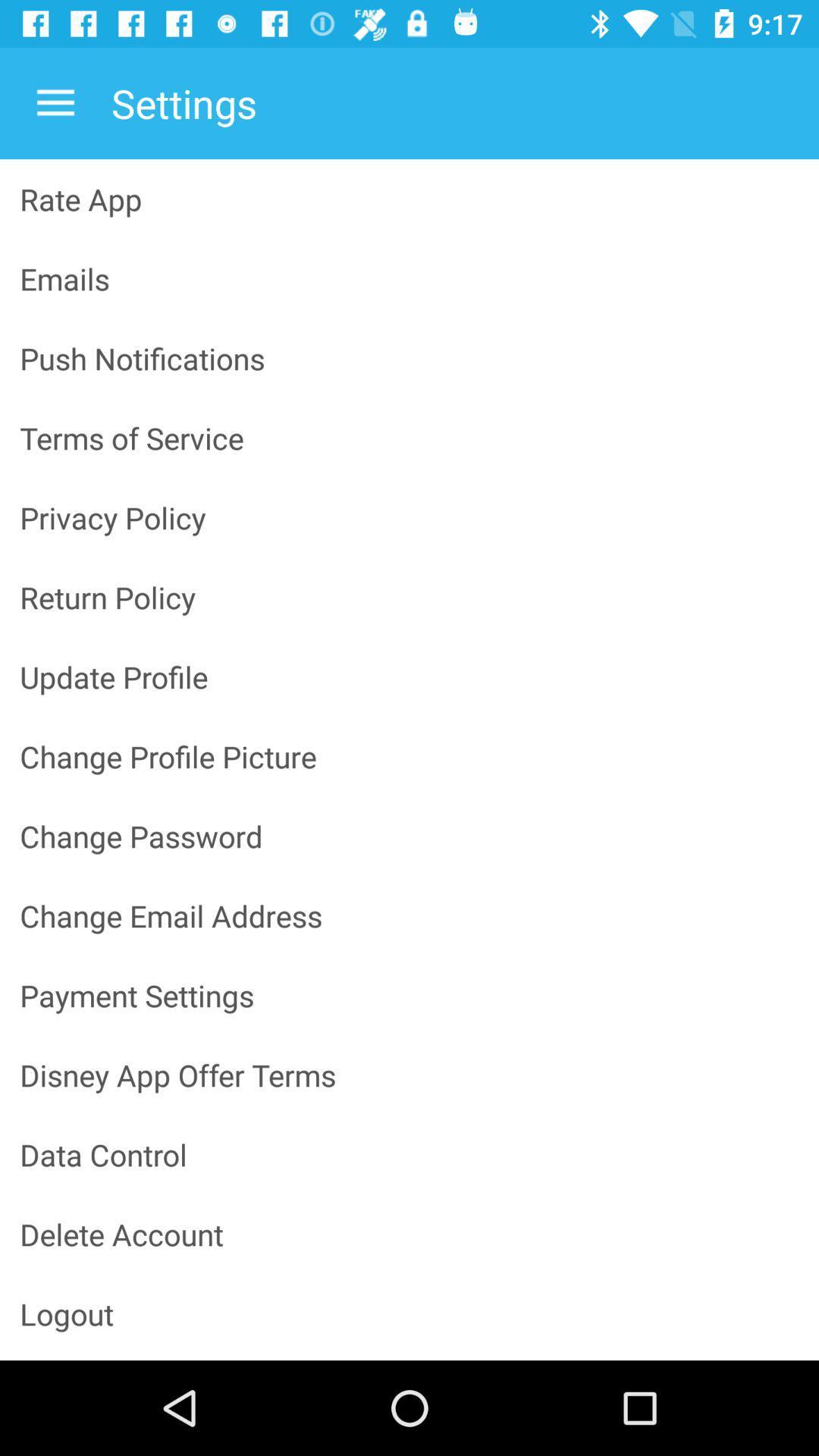 This screenshot has width=819, height=1456. What do you see at coordinates (409, 915) in the screenshot?
I see `the item below change password item` at bounding box center [409, 915].